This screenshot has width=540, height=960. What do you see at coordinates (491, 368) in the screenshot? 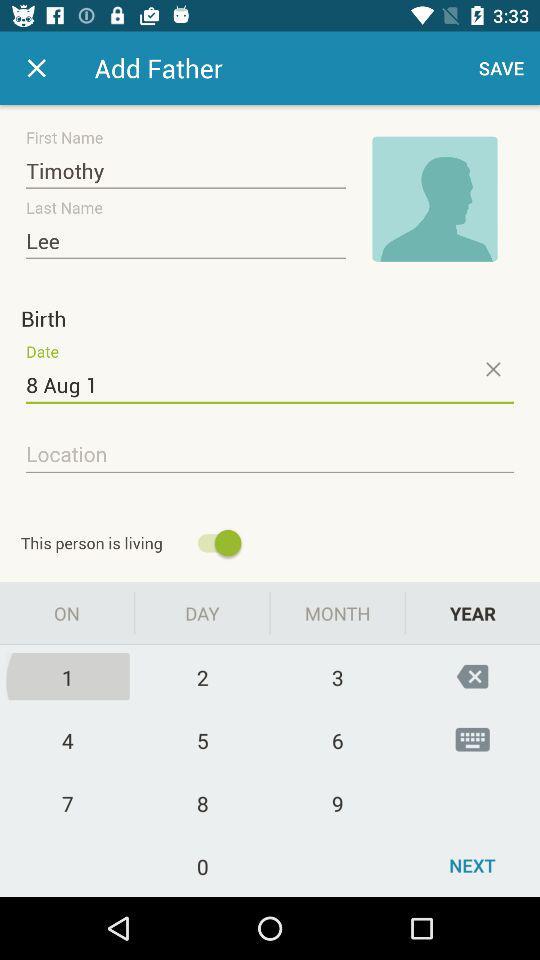
I see `the close icon` at bounding box center [491, 368].